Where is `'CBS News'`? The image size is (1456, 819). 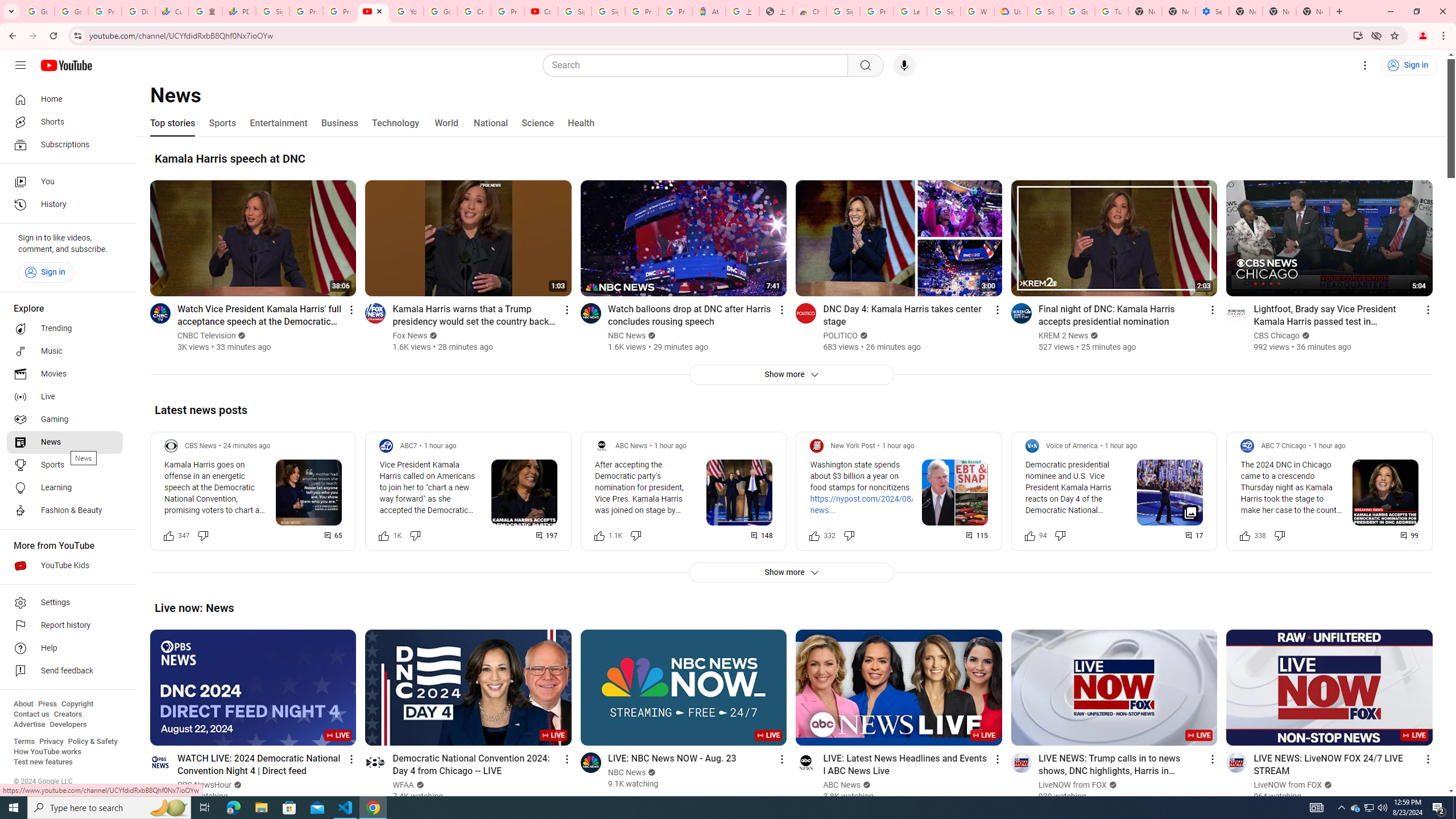 'CBS News' is located at coordinates (200, 446).